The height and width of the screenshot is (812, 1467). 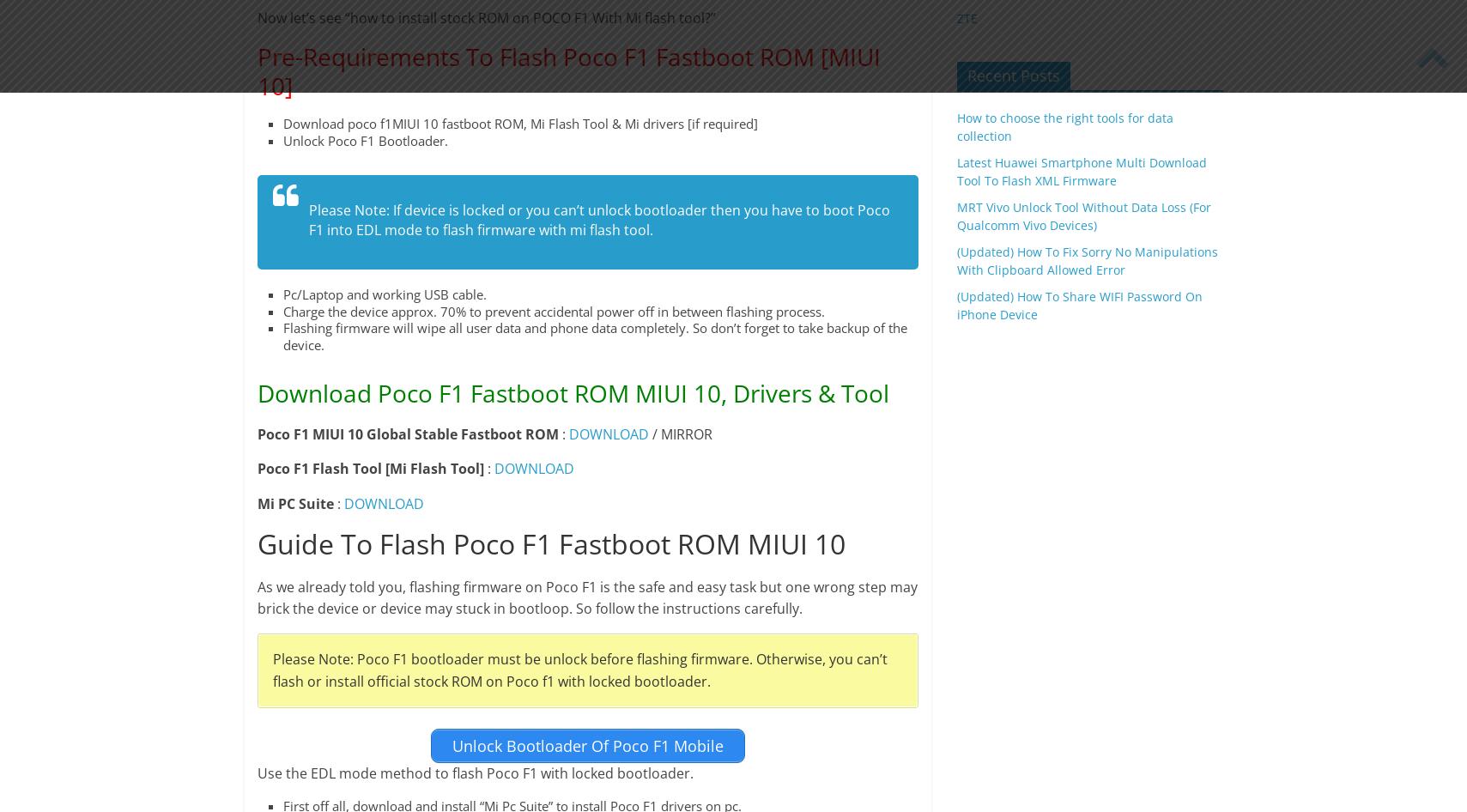 What do you see at coordinates (383, 294) in the screenshot?
I see `'Pc/Laptop and working USB cable.'` at bounding box center [383, 294].